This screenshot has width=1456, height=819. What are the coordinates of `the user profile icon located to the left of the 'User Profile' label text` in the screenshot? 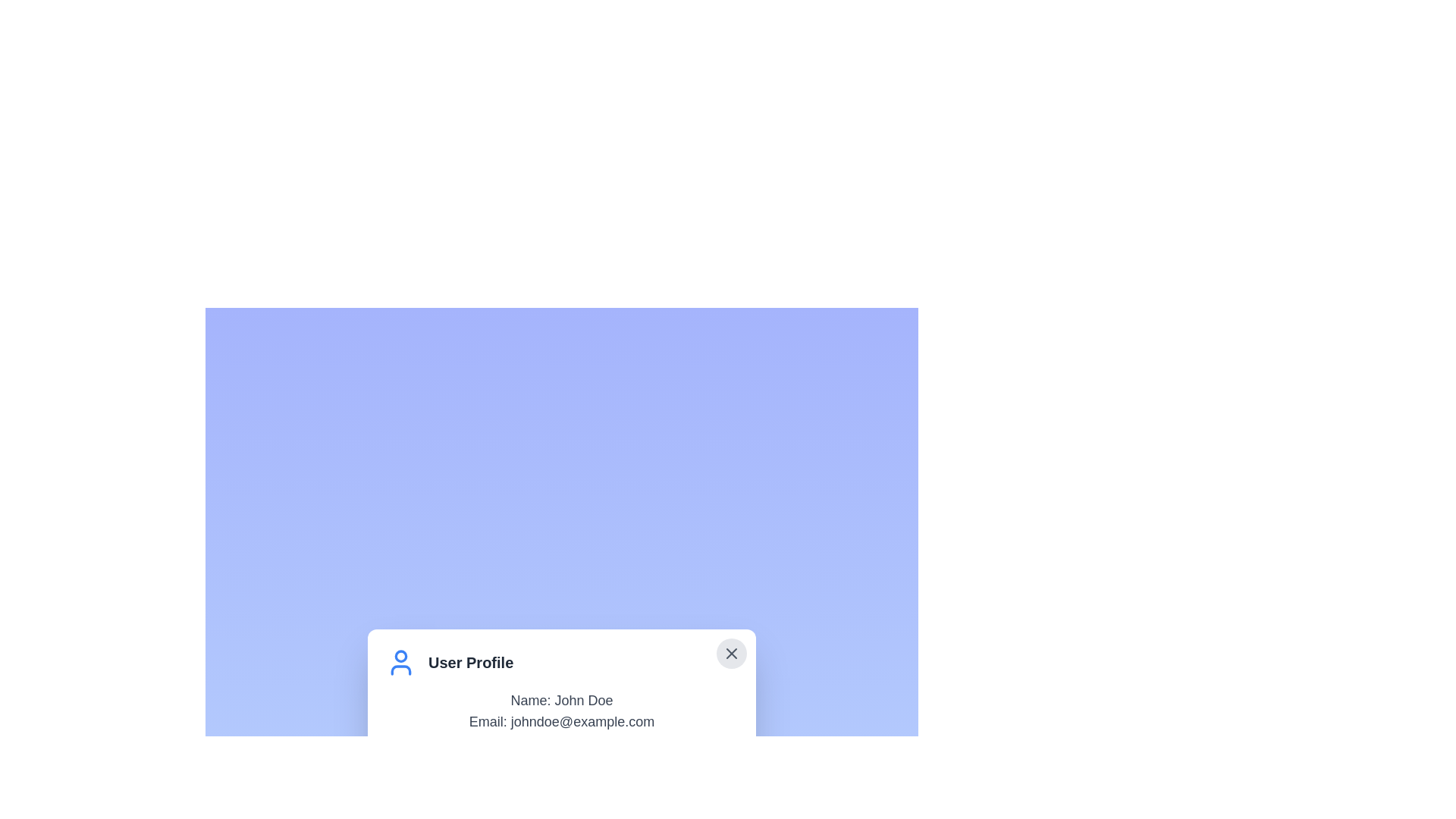 It's located at (400, 662).